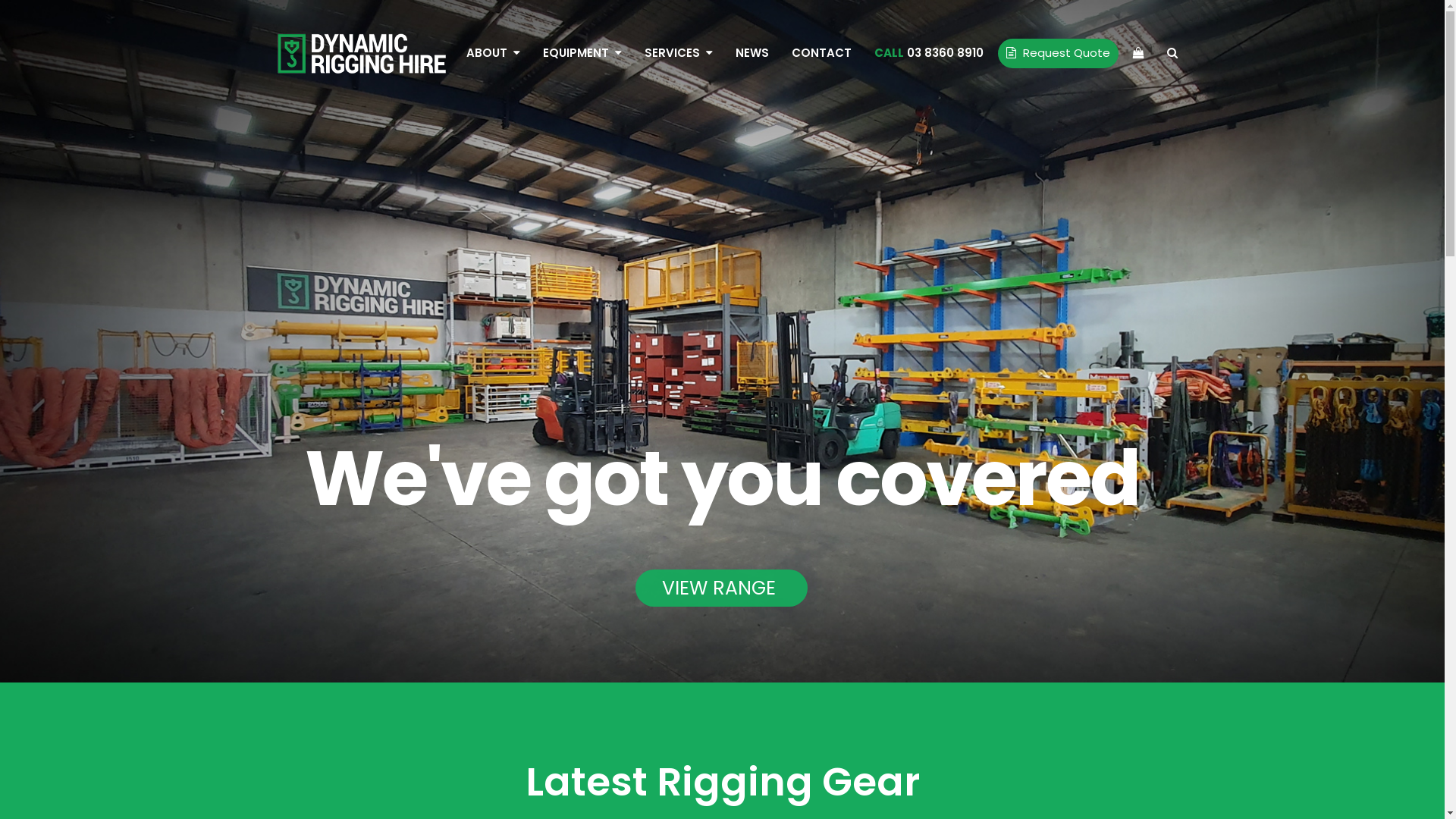  I want to click on 'EQUIPMENT', so click(581, 52).